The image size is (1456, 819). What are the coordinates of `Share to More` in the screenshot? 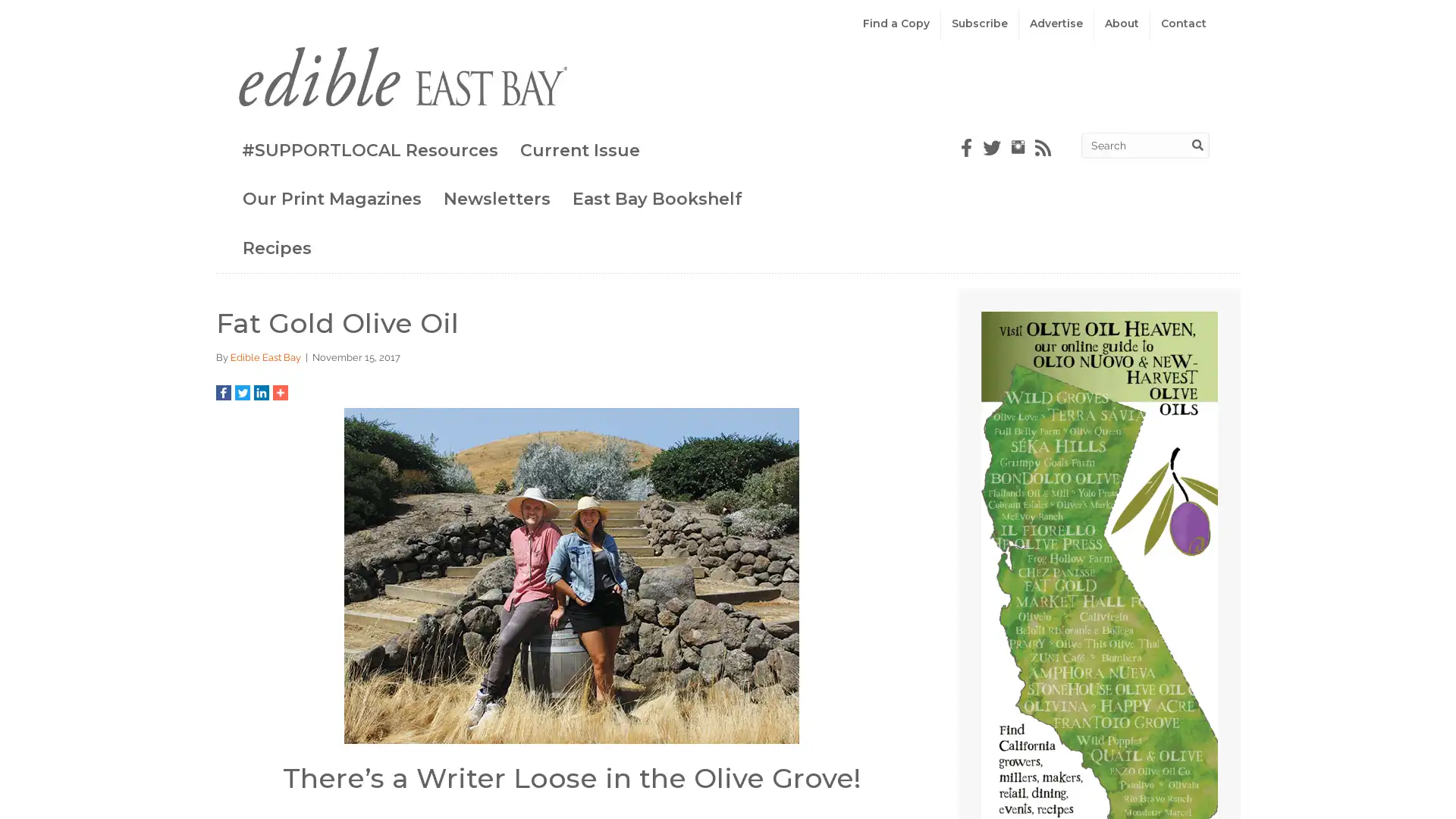 It's located at (274, 391).